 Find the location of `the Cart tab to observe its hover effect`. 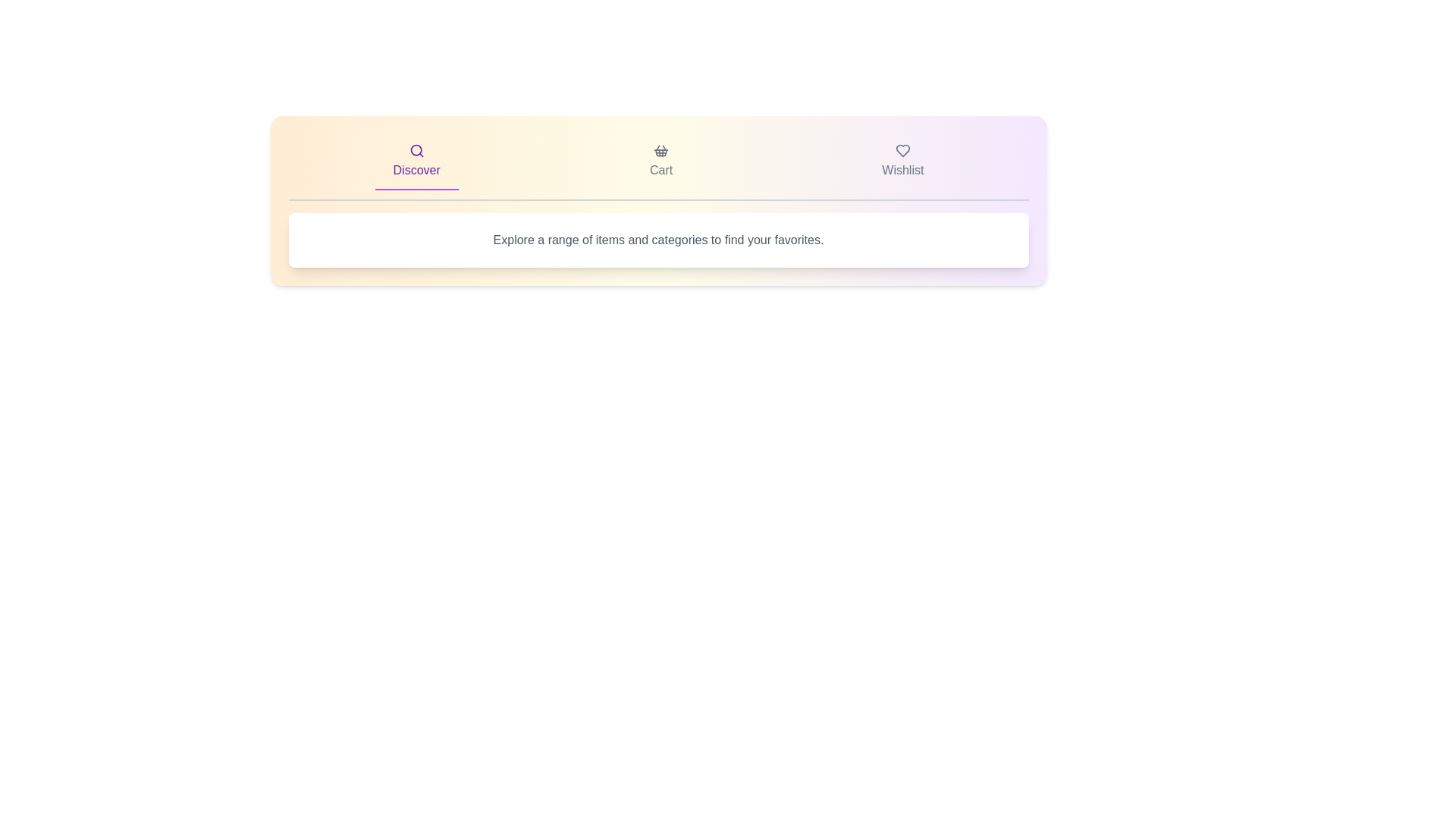

the Cart tab to observe its hover effect is located at coordinates (661, 162).